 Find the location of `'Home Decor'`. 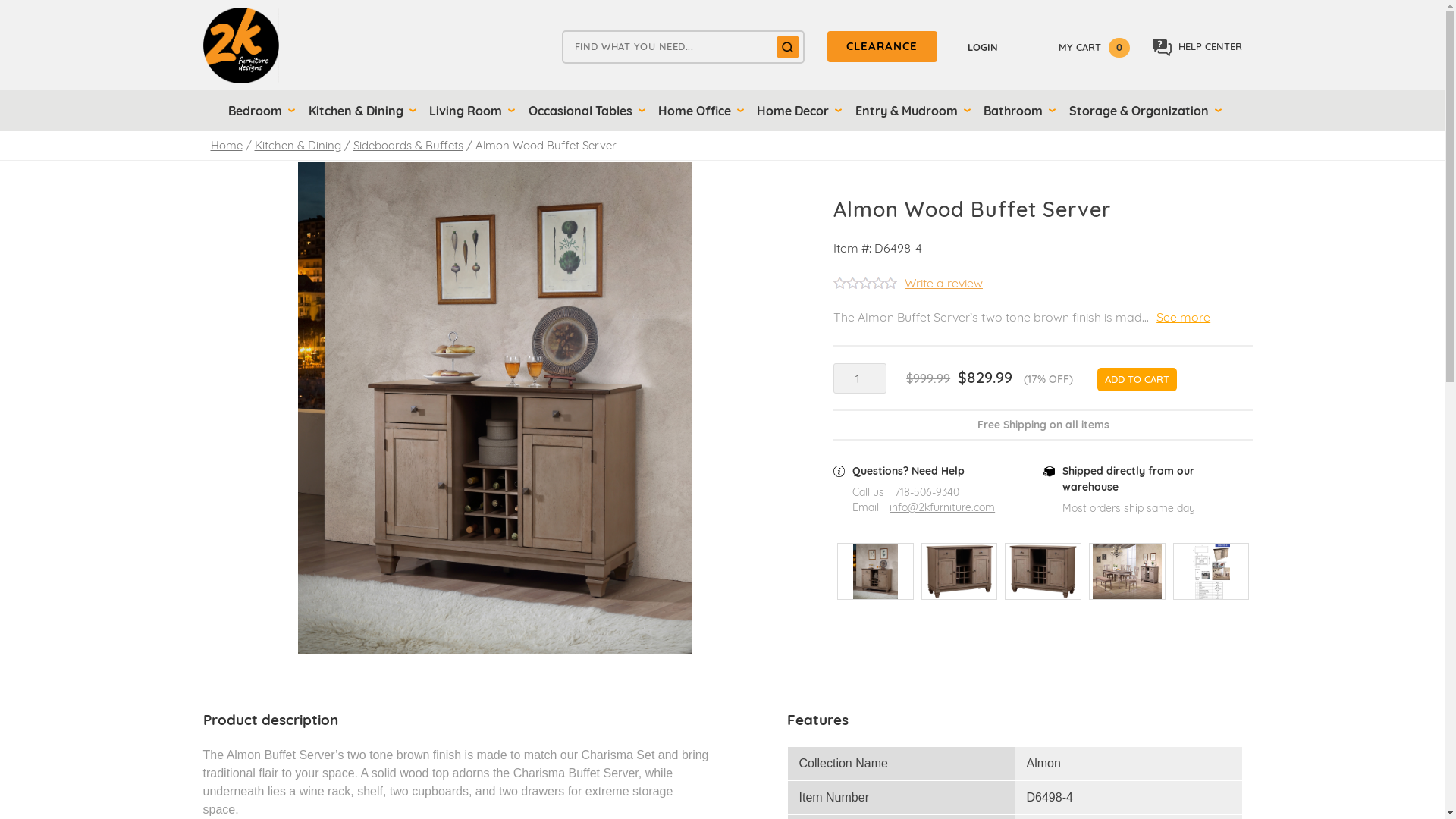

'Home Decor' is located at coordinates (795, 110).